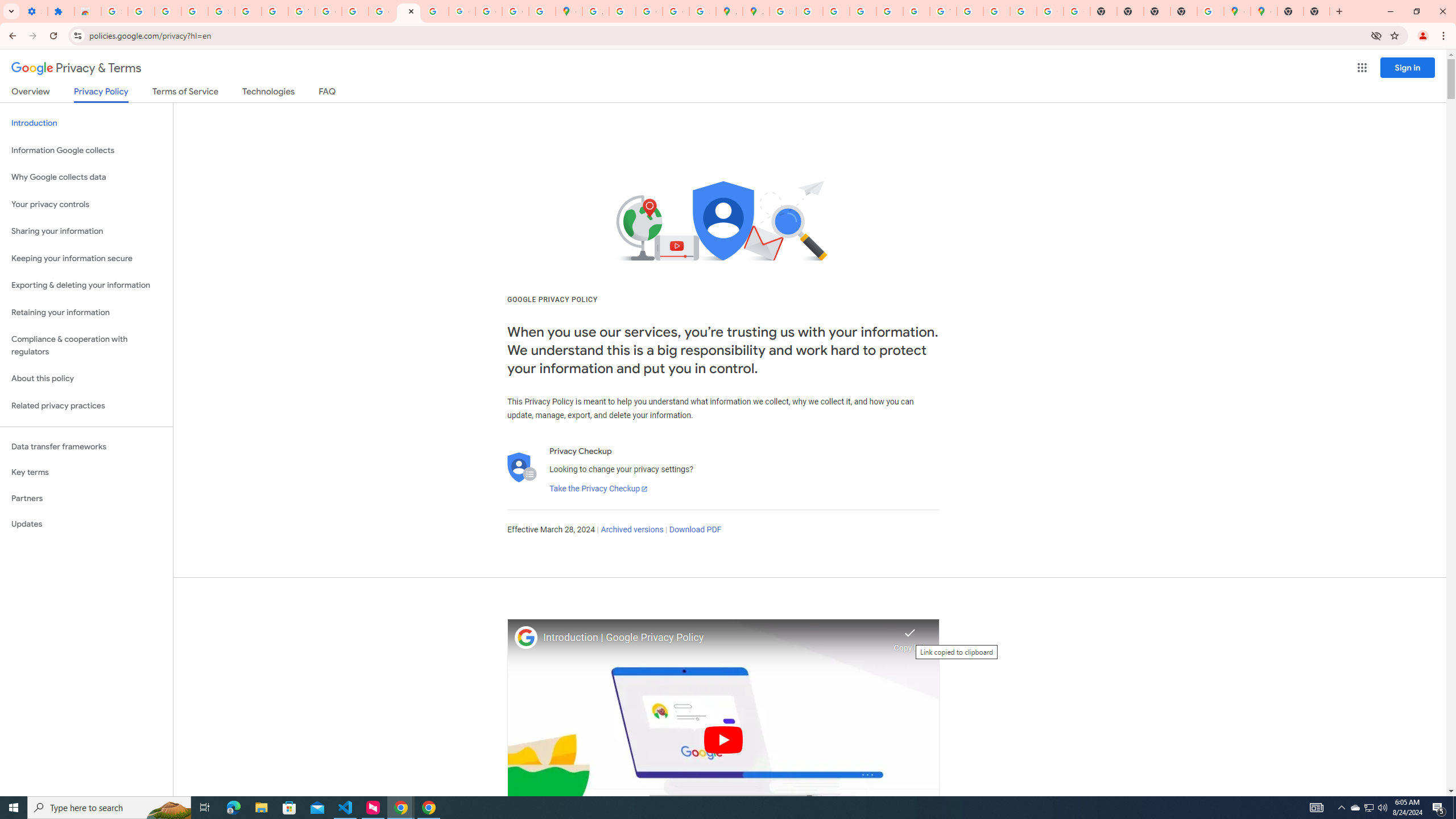 The image size is (1456, 819). What do you see at coordinates (86, 446) in the screenshot?
I see `'Data transfer frameworks'` at bounding box center [86, 446].